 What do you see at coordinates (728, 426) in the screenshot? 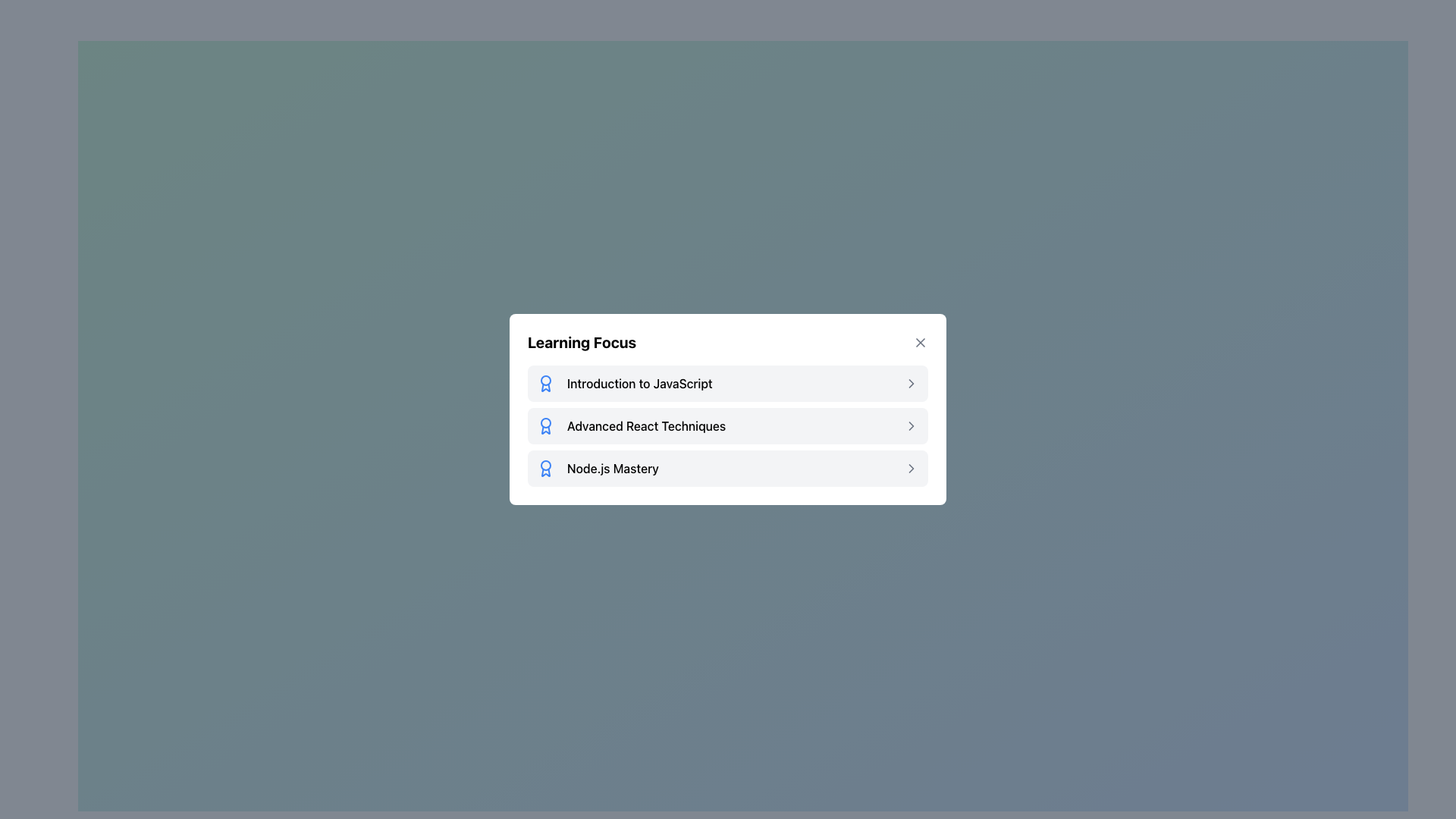
I see `a list item in the 'Learning Focus' section` at bounding box center [728, 426].